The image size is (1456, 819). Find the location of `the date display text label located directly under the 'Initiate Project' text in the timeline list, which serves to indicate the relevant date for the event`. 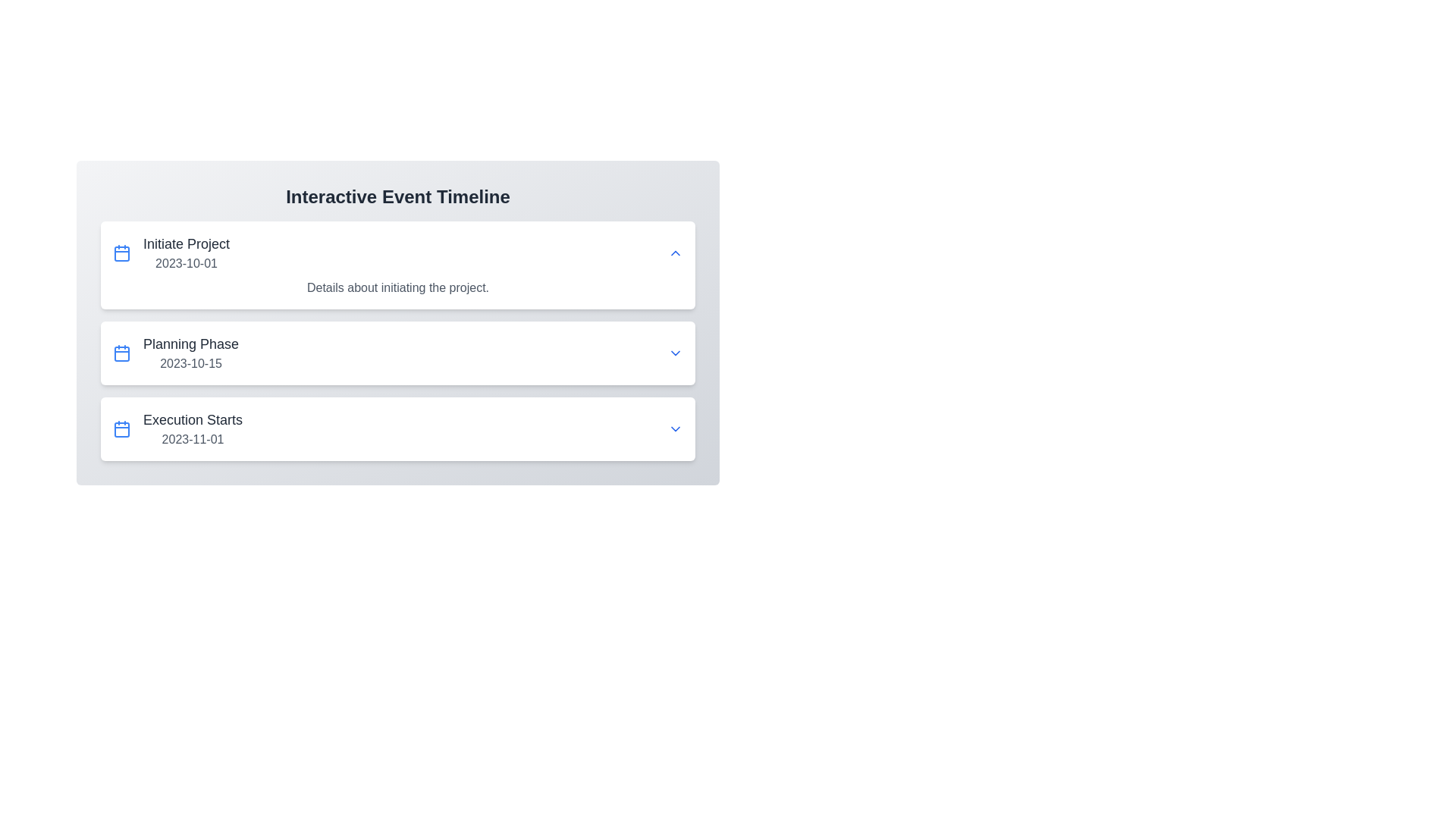

the date display text label located directly under the 'Initiate Project' text in the timeline list, which serves to indicate the relevant date for the event is located at coordinates (185, 262).